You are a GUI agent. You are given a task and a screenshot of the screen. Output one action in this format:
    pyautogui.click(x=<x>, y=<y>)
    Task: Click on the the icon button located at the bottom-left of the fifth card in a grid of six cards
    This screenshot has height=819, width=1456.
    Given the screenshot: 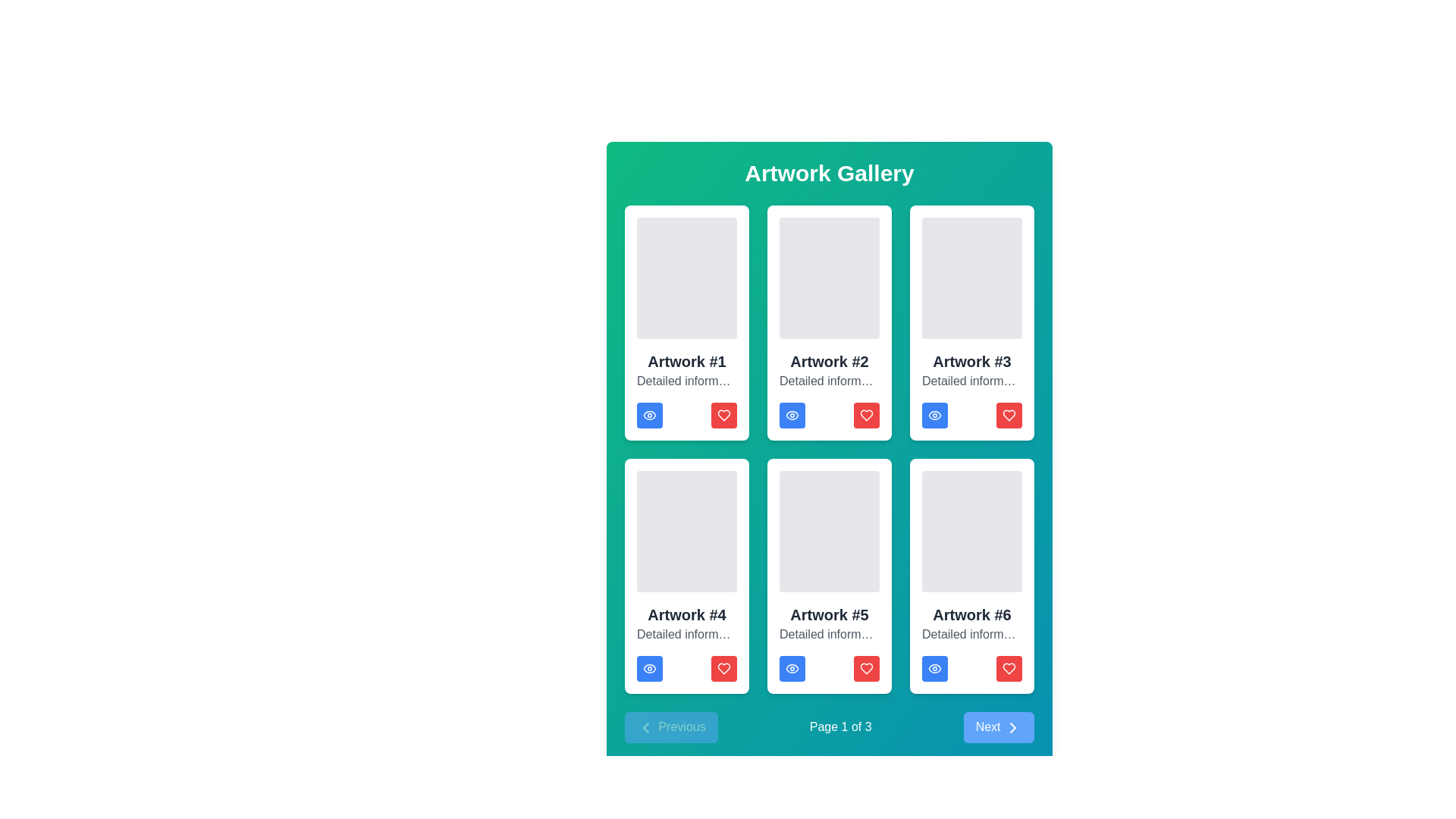 What is the action you would take?
    pyautogui.click(x=792, y=668)
    